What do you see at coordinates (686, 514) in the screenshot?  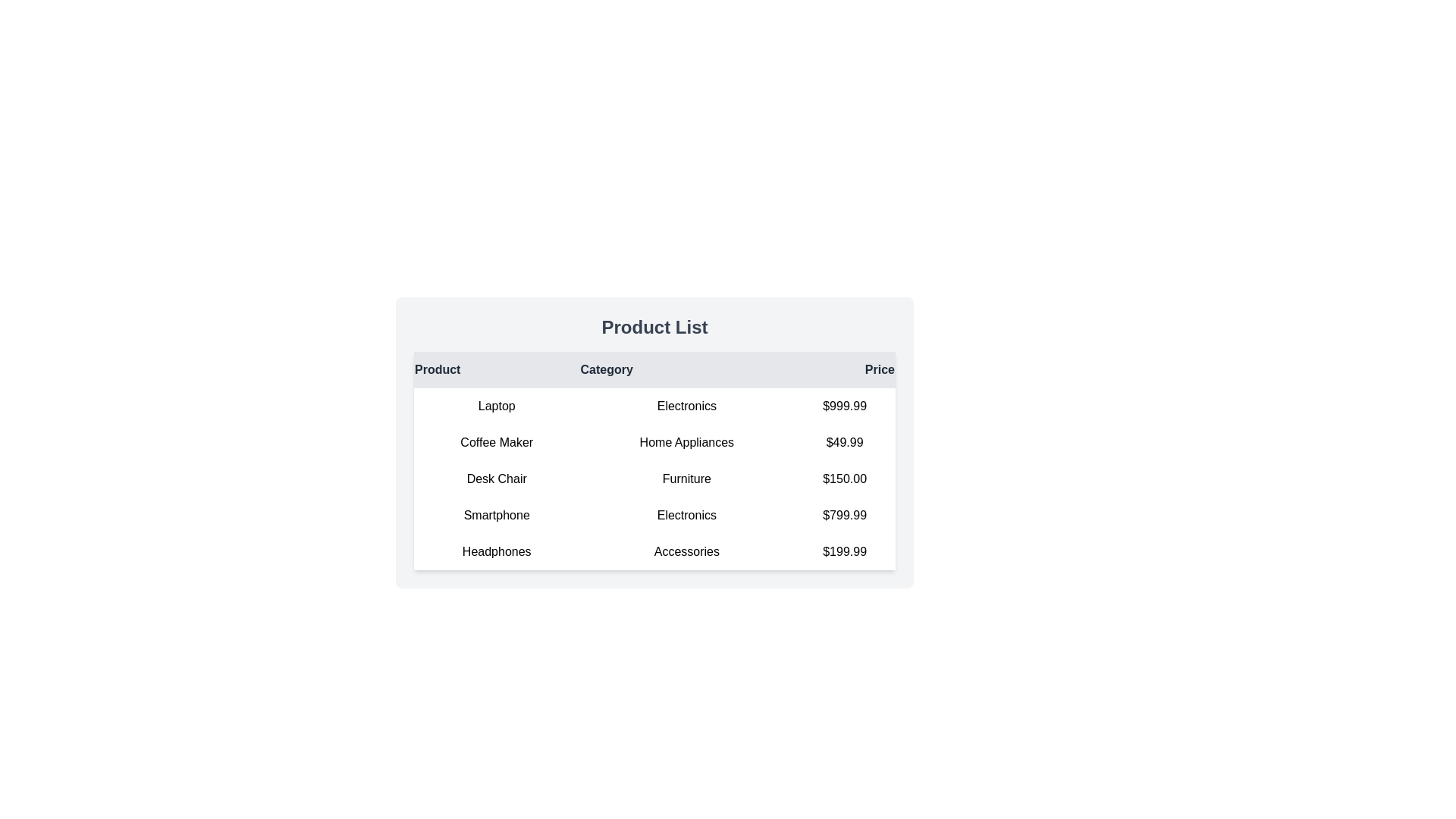 I see `the static Text Label displaying the category 'Smartphone' located in the 'Category' column of the product table` at bounding box center [686, 514].